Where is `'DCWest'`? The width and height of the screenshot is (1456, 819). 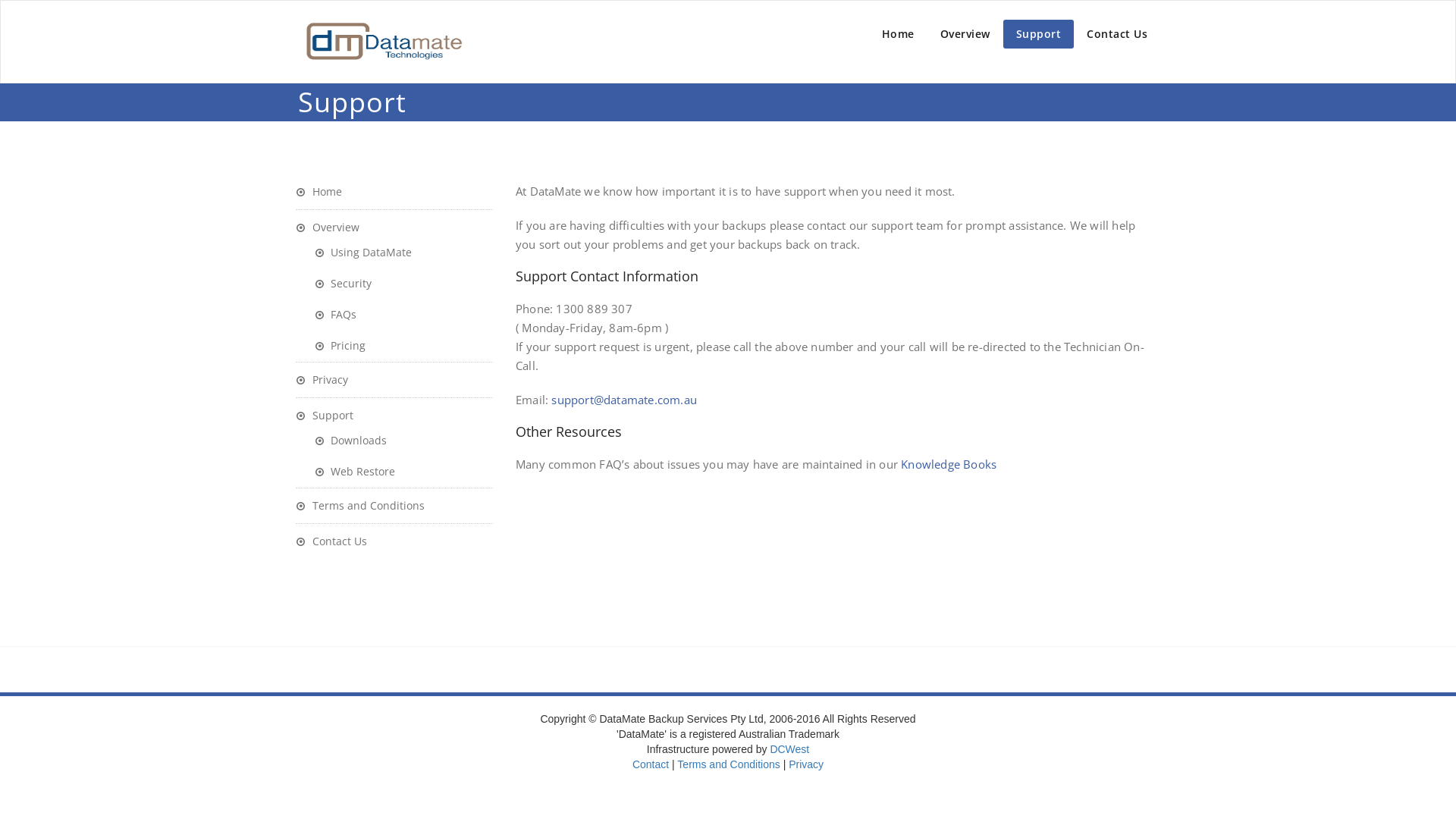
'DCWest' is located at coordinates (789, 748).